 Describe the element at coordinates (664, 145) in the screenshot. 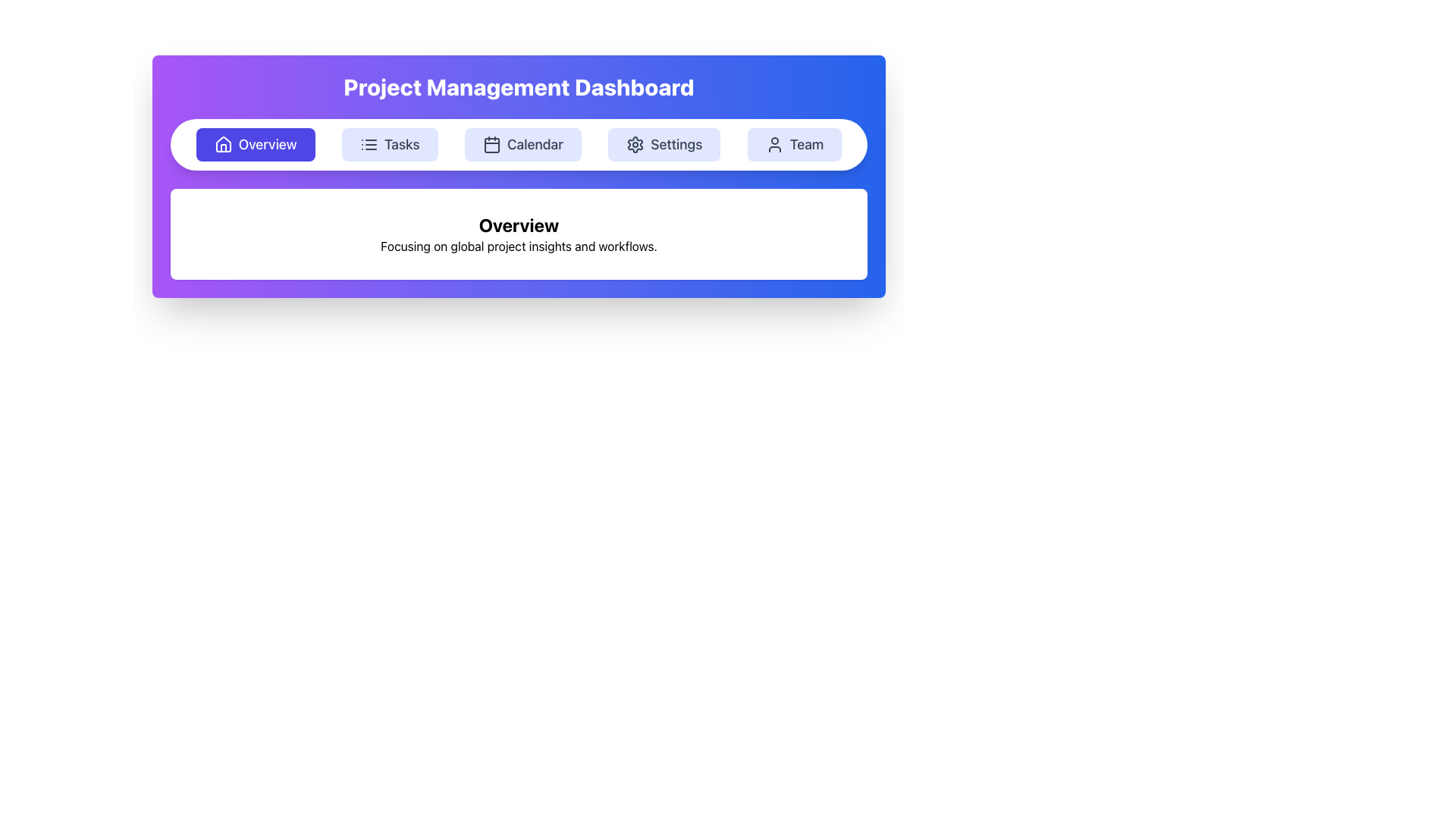

I see `the settings button located in the center-right of the navigation menu` at that location.